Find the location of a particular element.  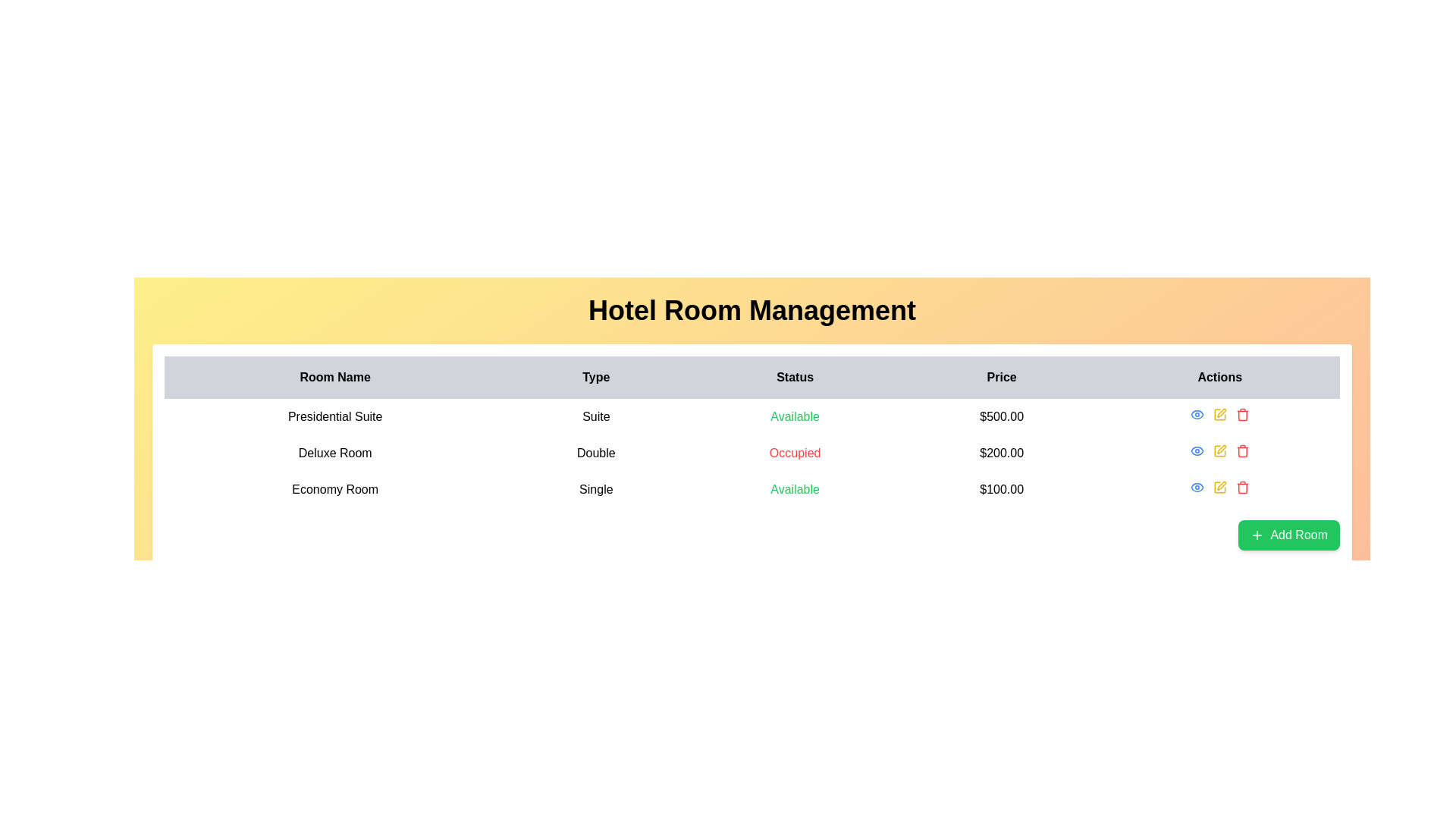

the red trash bin icon in the Actions column of the third row of the table is located at coordinates (1242, 416).